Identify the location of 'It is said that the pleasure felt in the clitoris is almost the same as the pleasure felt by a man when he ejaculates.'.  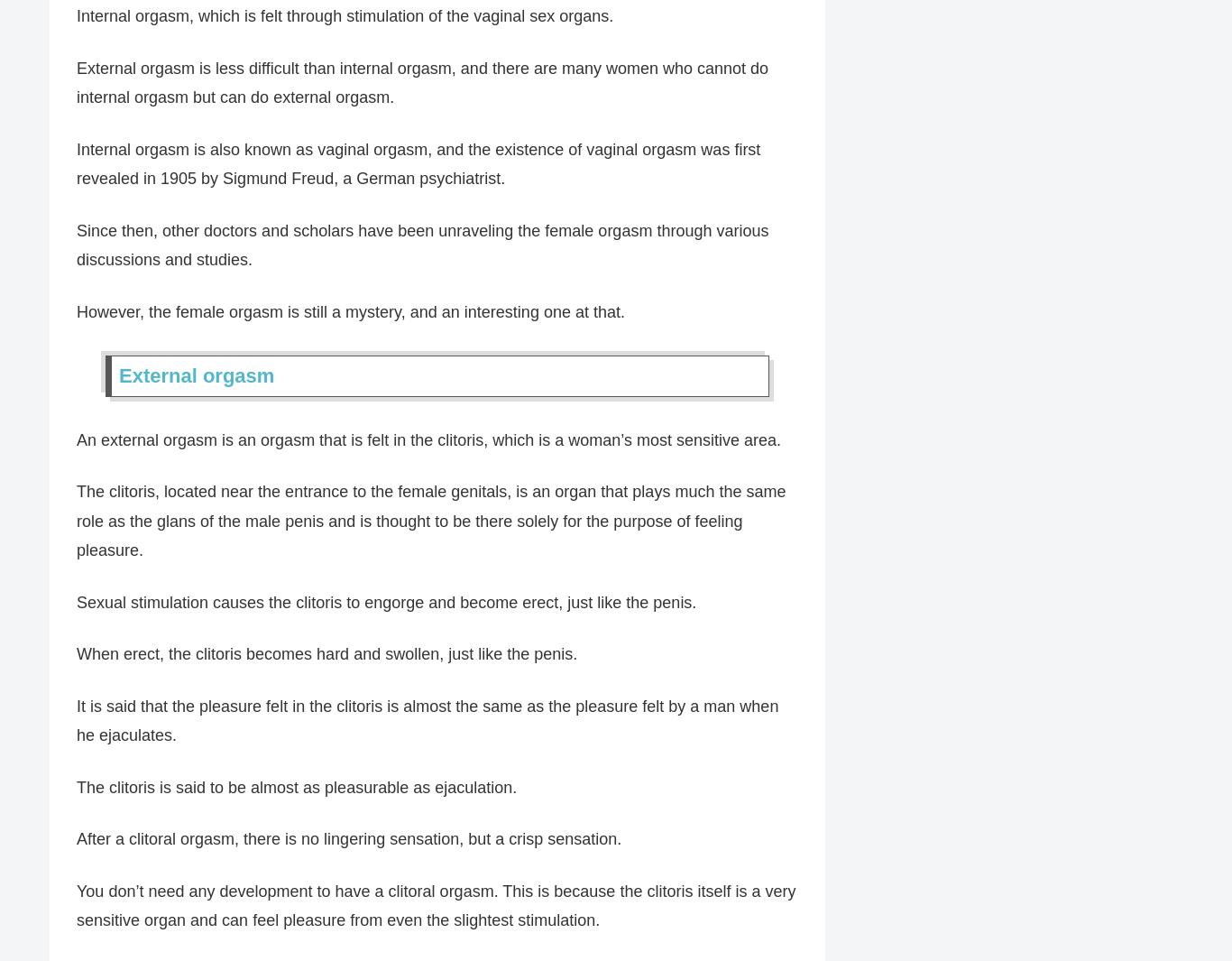
(428, 720).